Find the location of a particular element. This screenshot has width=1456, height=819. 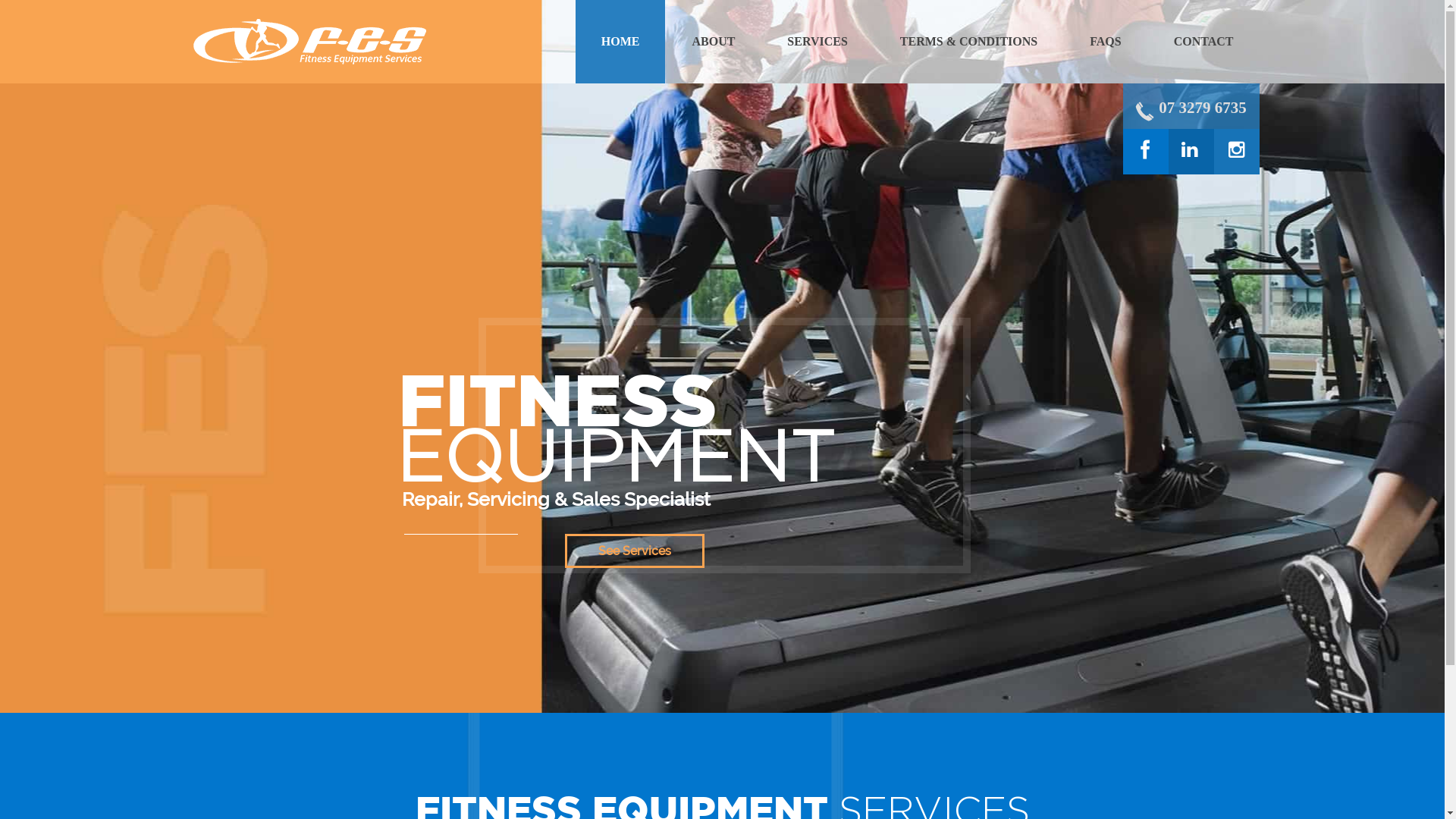

'instagram' is located at coordinates (1221, 141).